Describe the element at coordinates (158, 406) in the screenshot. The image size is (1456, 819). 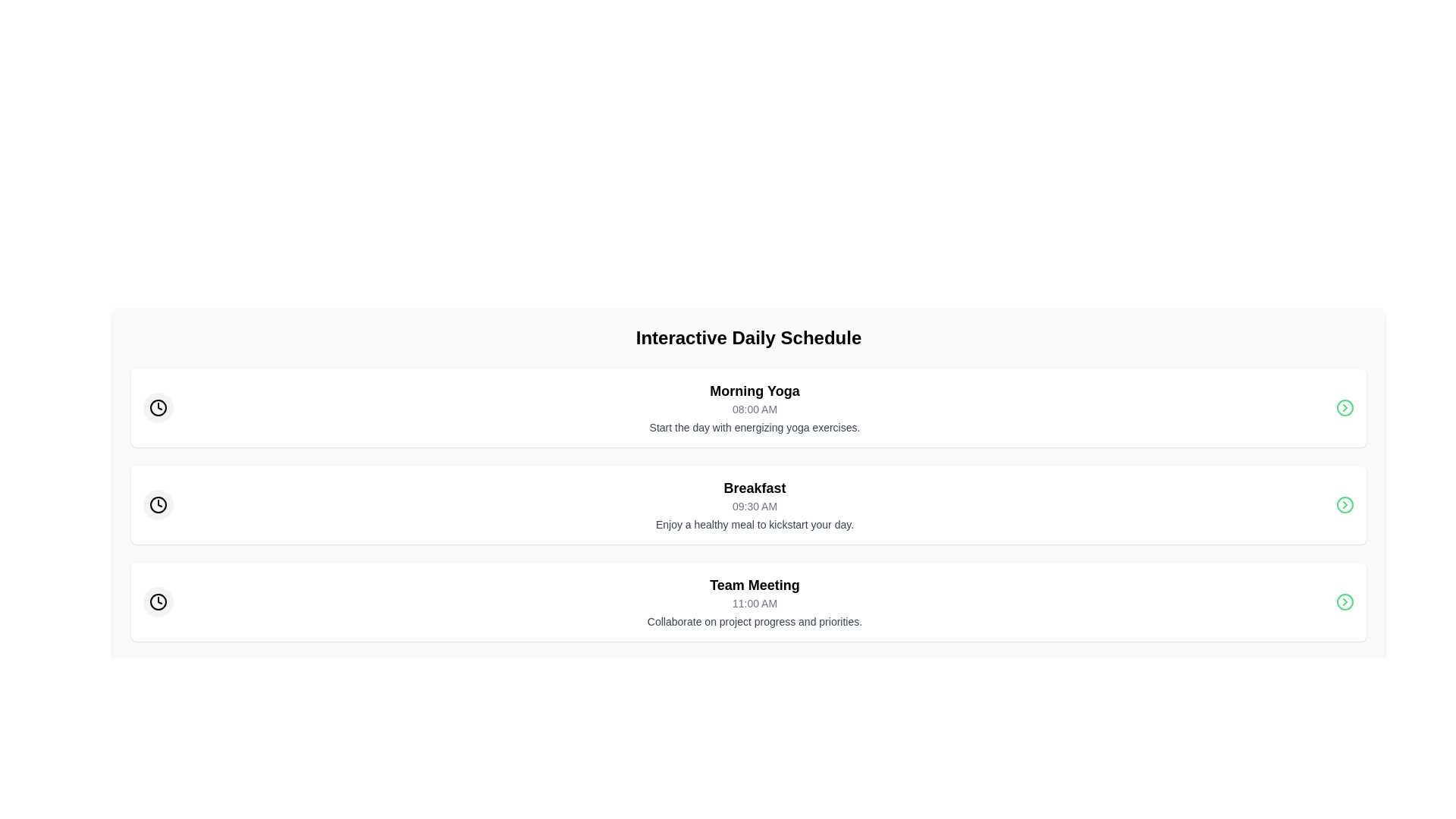
I see `the Clock icon located at the top left corner of the schedule interface, adjacent to the 'Morning Yoga' text` at that location.